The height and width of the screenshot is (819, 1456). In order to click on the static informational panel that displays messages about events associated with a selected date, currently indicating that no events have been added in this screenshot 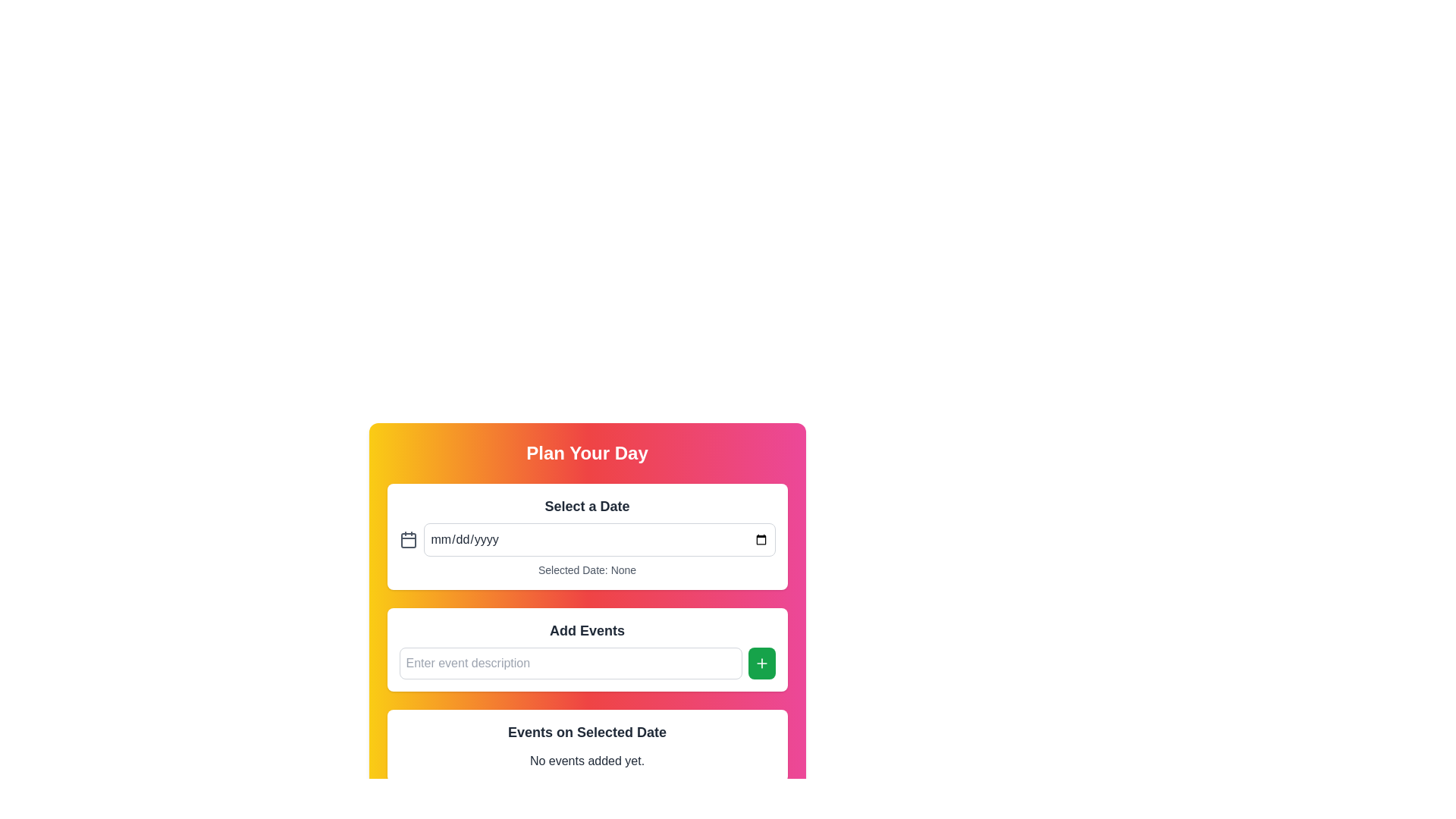, I will do `click(586, 745)`.